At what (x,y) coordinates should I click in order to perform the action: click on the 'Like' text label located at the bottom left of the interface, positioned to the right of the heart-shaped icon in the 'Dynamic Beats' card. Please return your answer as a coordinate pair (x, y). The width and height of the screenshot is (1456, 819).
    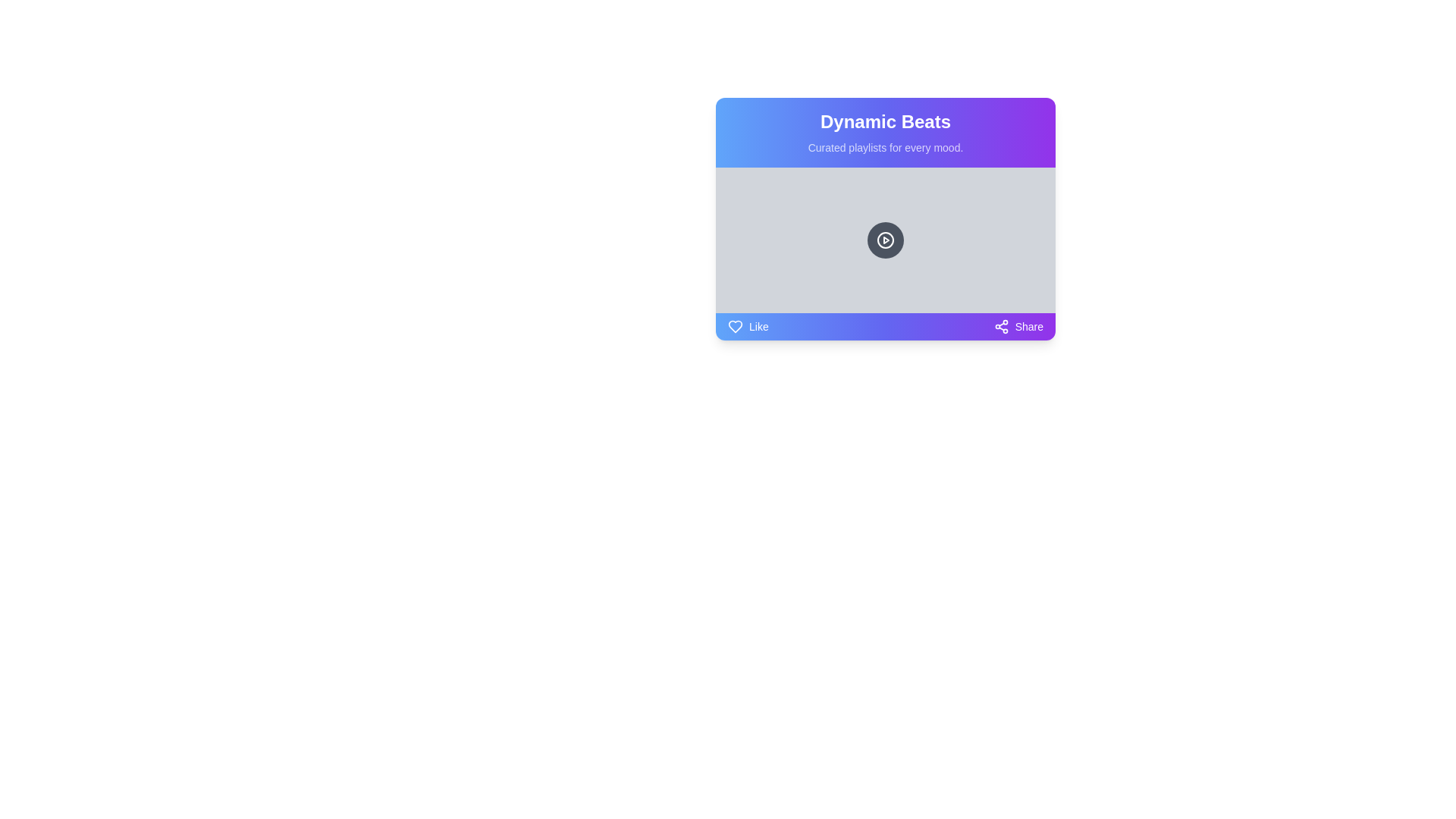
    Looking at the image, I should click on (758, 326).